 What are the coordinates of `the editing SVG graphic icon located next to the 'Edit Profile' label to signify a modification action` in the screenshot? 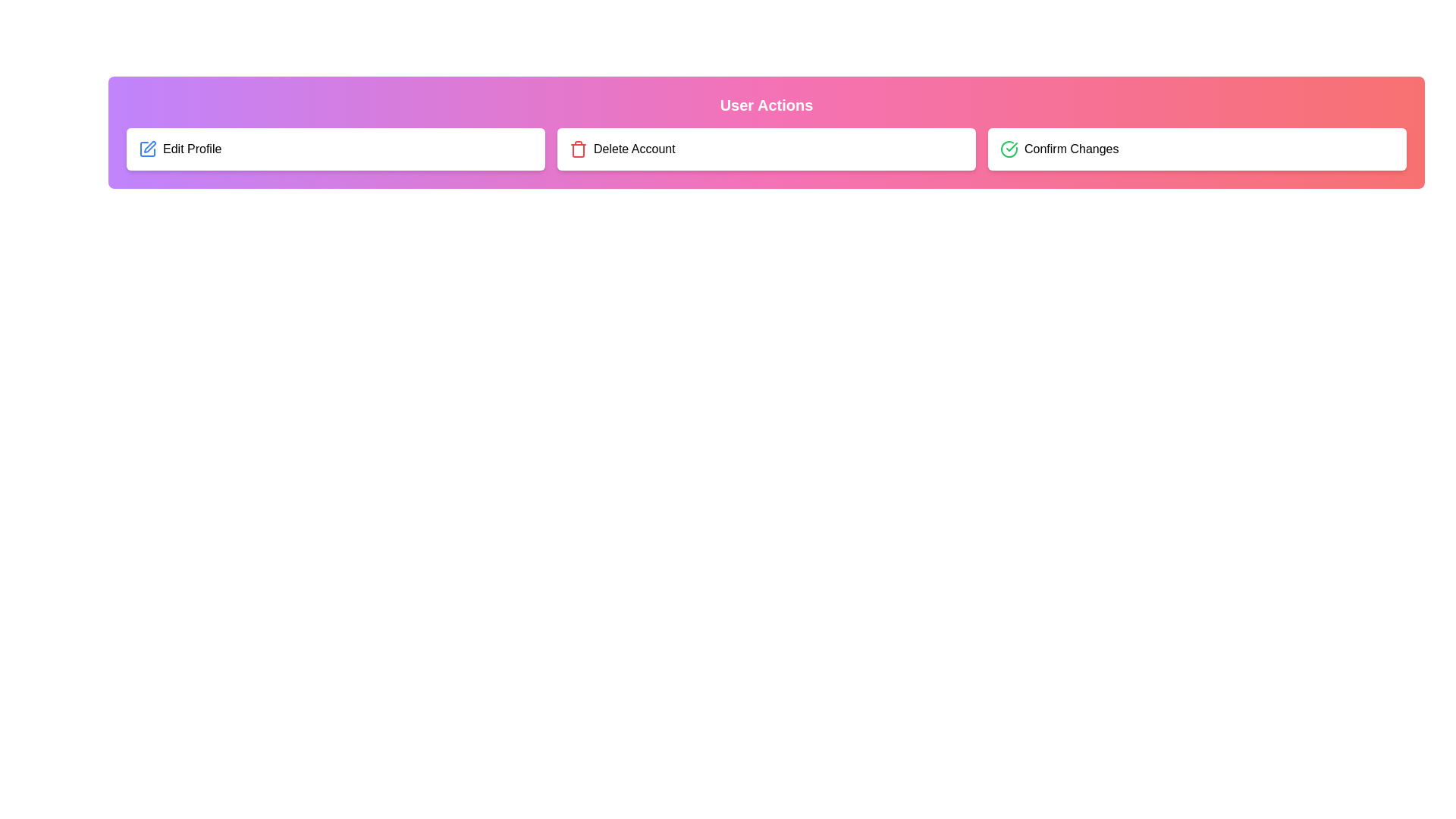 It's located at (149, 146).